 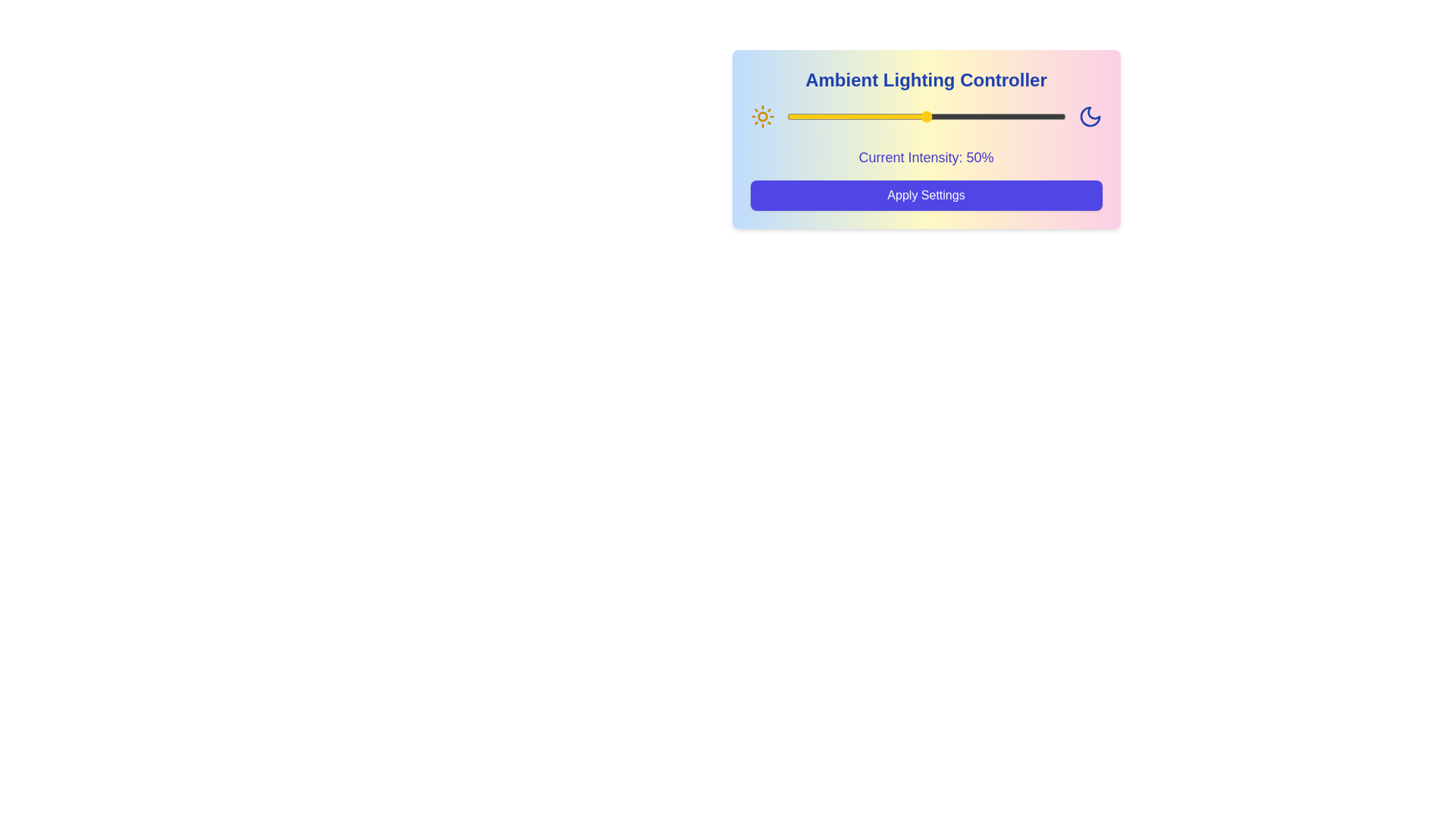 I want to click on the lighting intensity to 10% using the slider, so click(x=814, y=116).